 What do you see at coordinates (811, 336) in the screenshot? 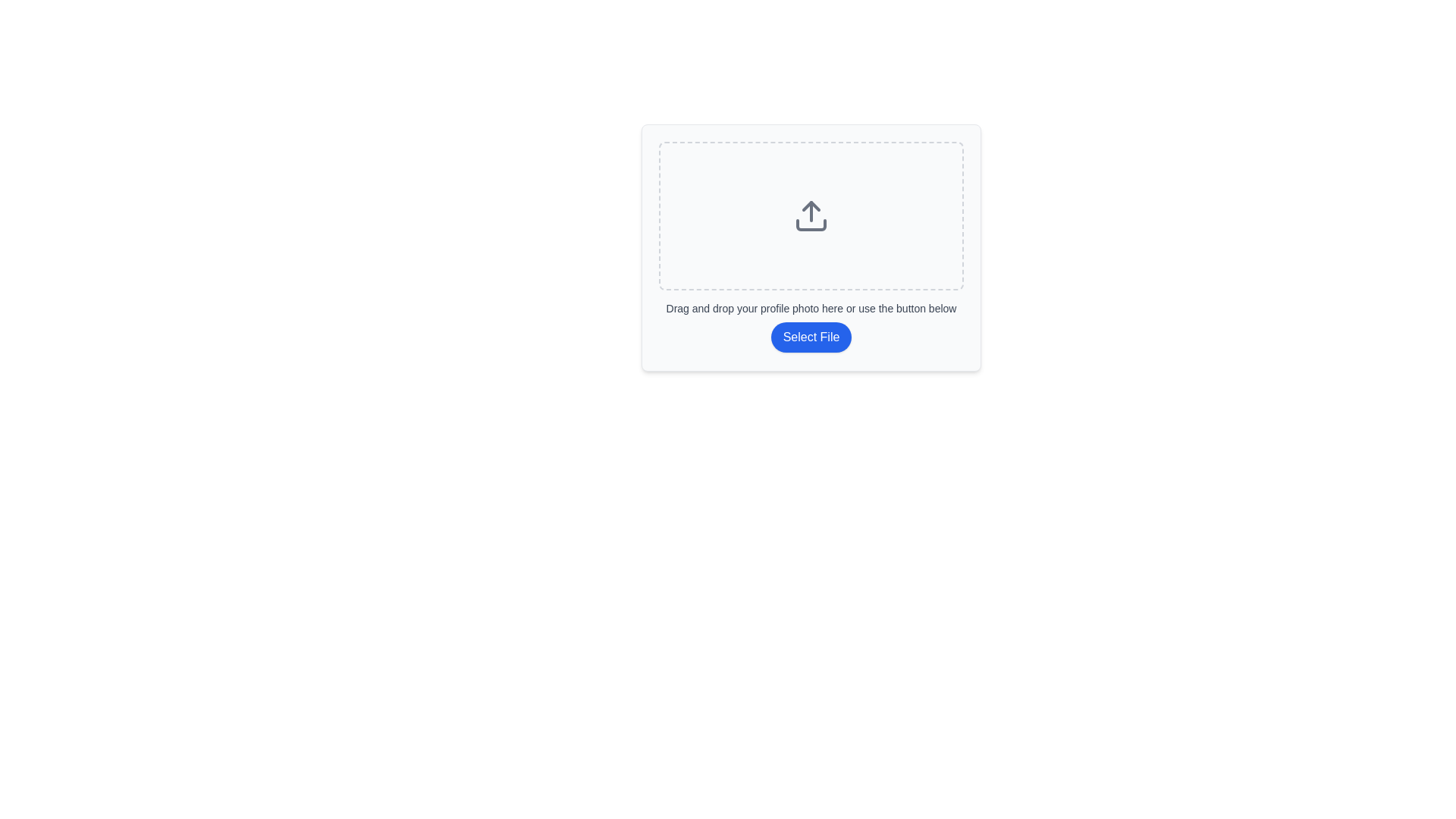
I see `the 'Select File' button` at bounding box center [811, 336].